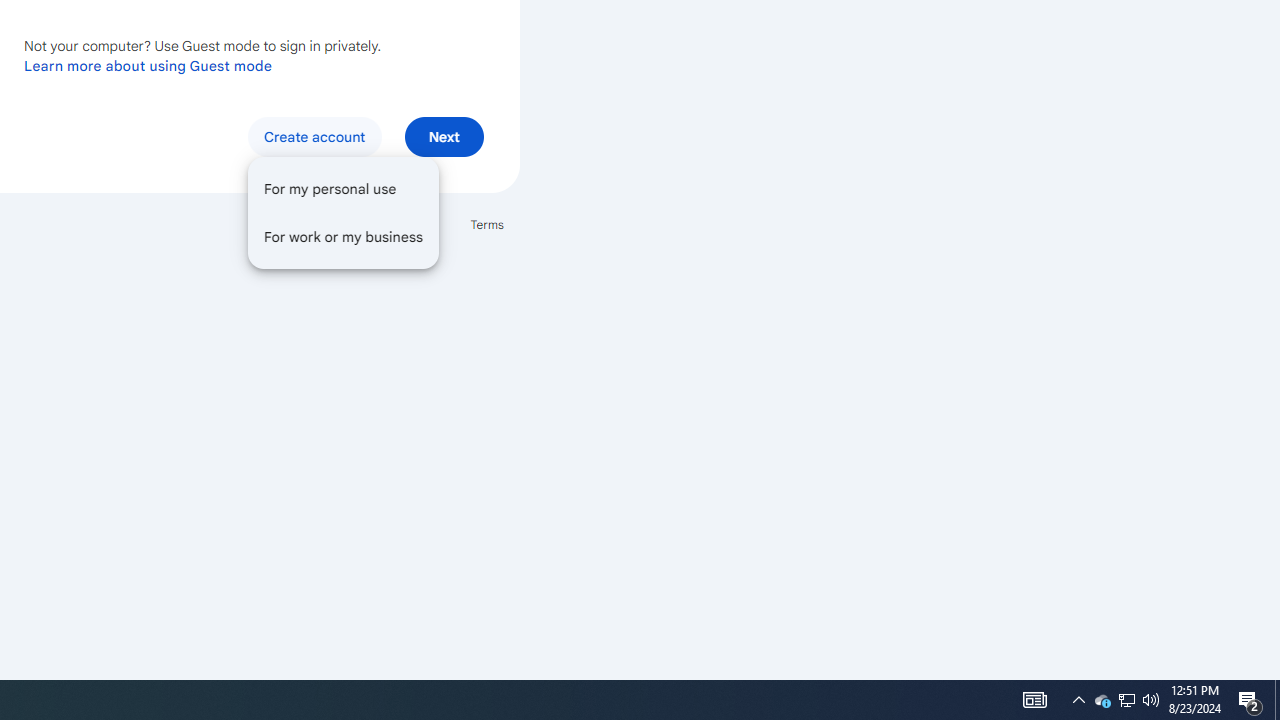 The width and height of the screenshot is (1280, 720). I want to click on 'Create account', so click(313, 135).